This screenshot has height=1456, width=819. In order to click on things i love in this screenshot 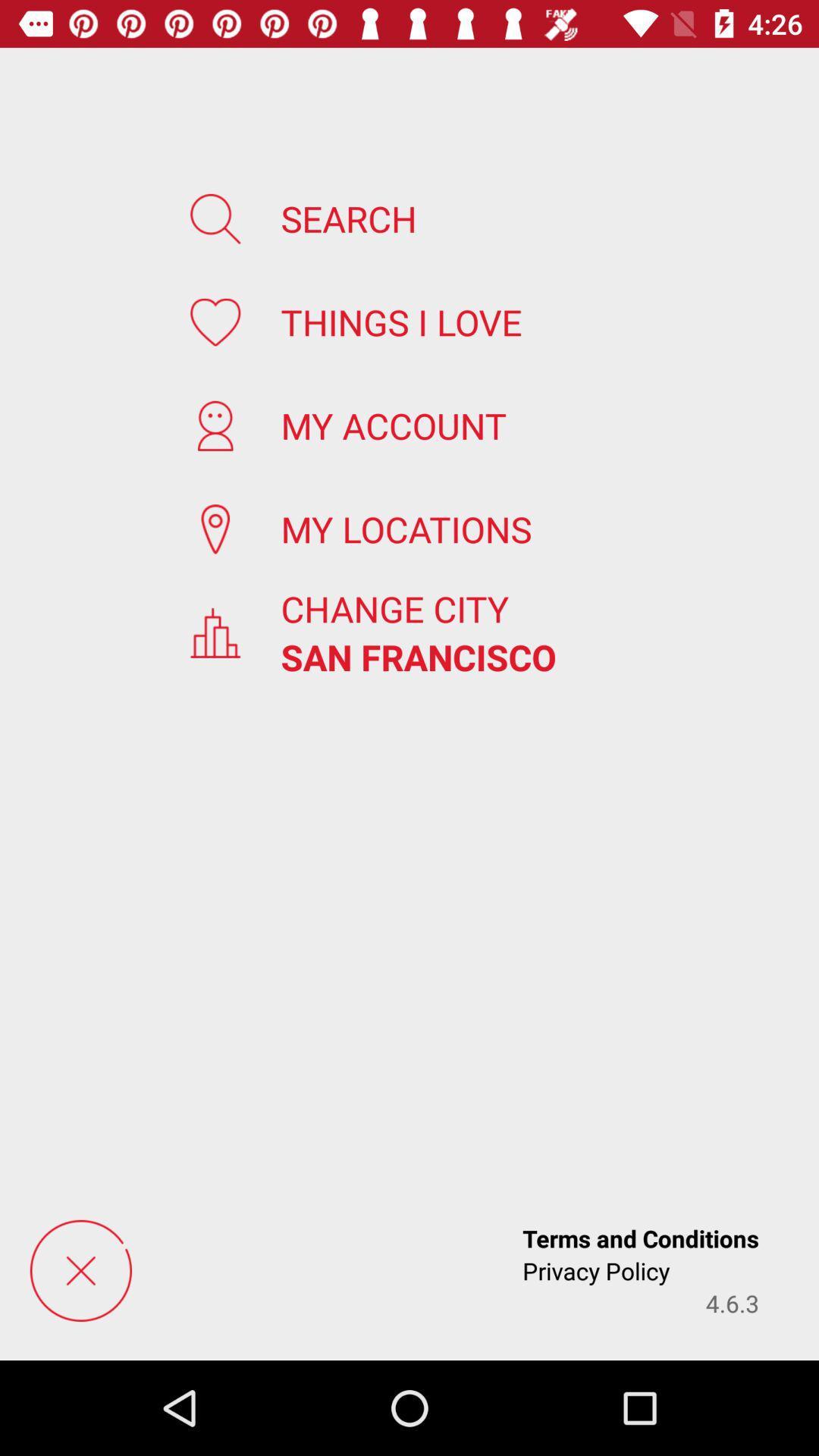, I will do `click(400, 321)`.